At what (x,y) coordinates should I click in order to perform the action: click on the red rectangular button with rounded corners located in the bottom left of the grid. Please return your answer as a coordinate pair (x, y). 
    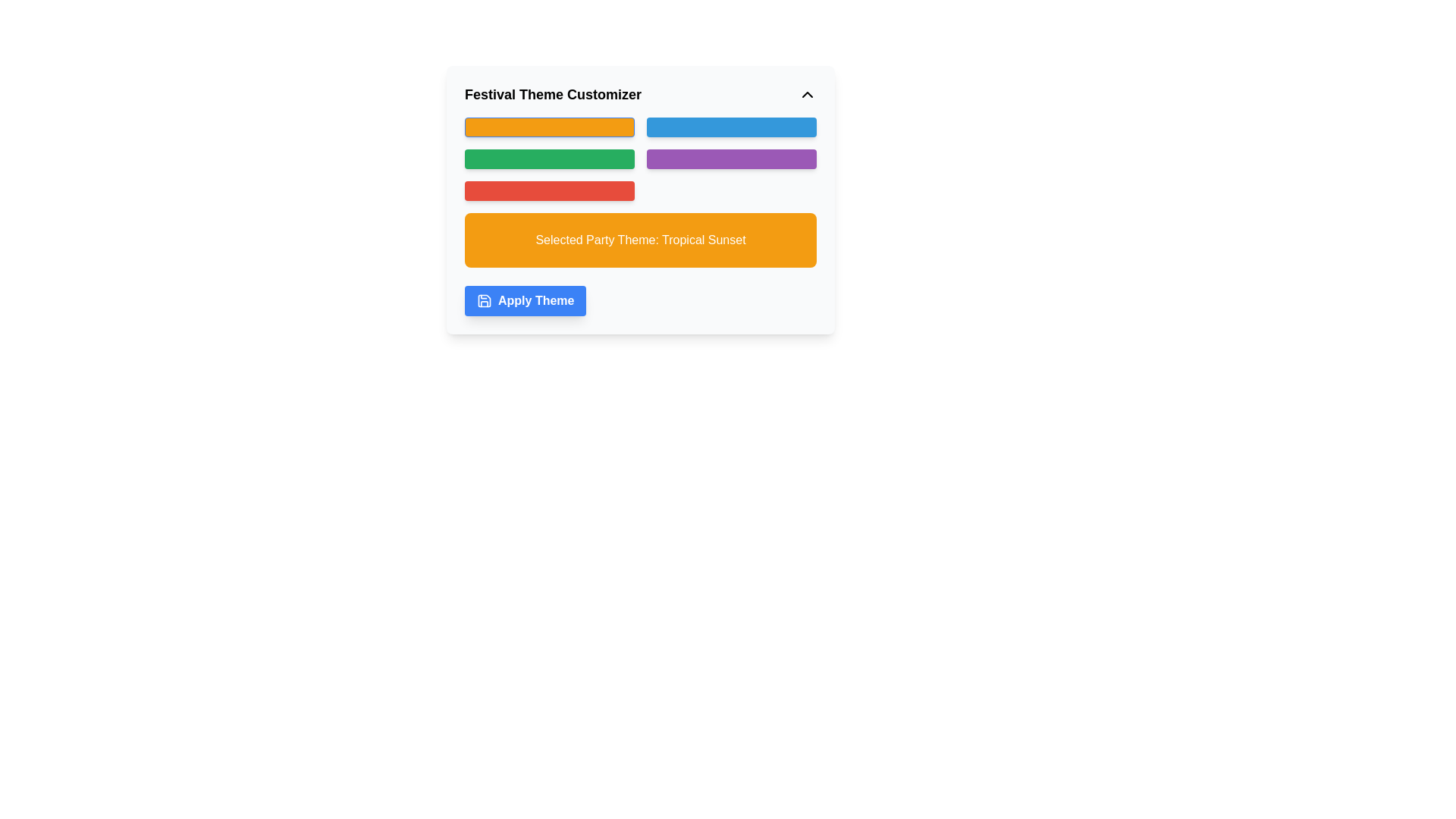
    Looking at the image, I should click on (640, 199).